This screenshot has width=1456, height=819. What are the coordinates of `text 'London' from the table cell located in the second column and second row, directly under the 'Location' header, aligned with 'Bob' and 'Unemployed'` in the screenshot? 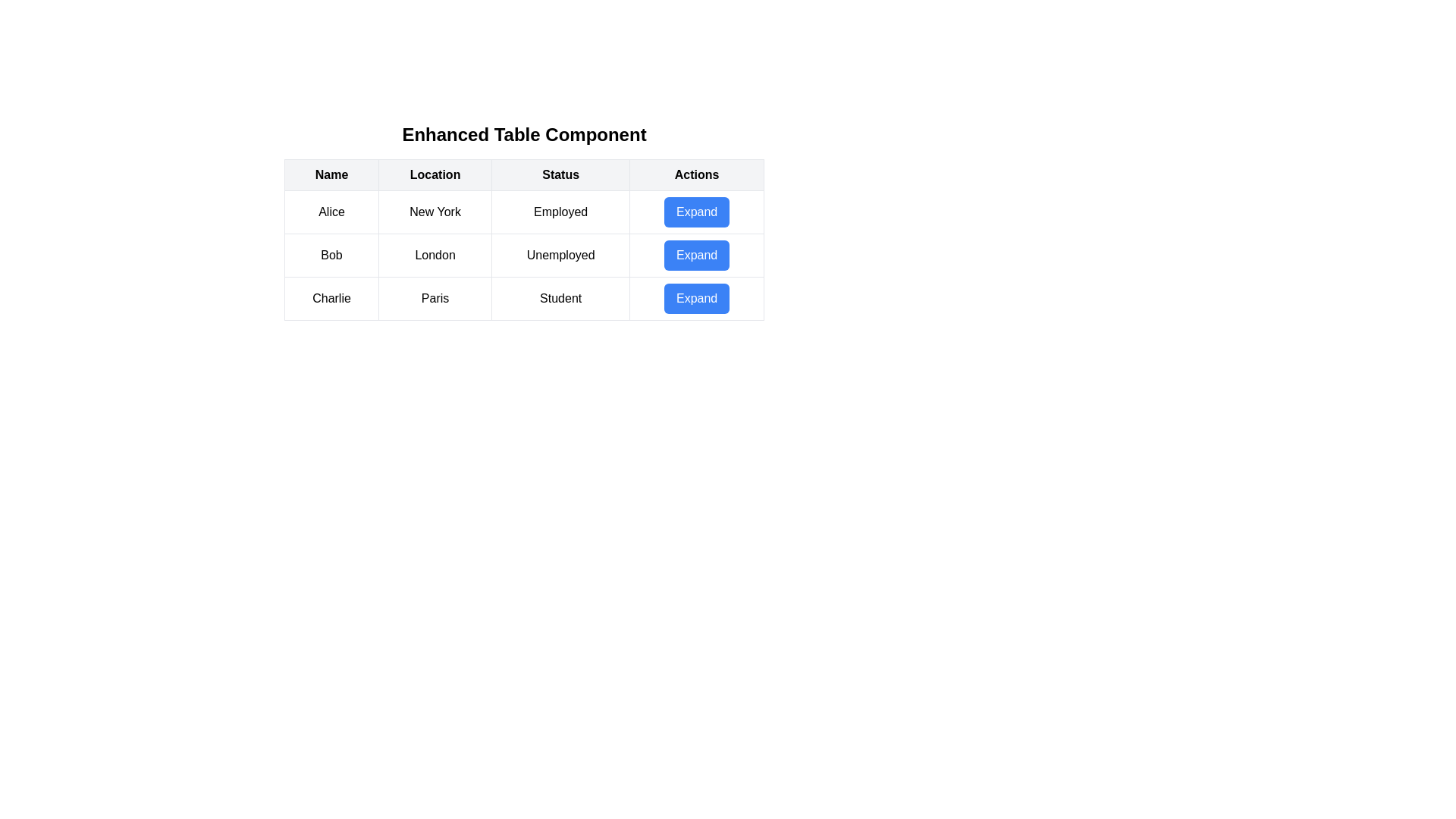 It's located at (435, 254).